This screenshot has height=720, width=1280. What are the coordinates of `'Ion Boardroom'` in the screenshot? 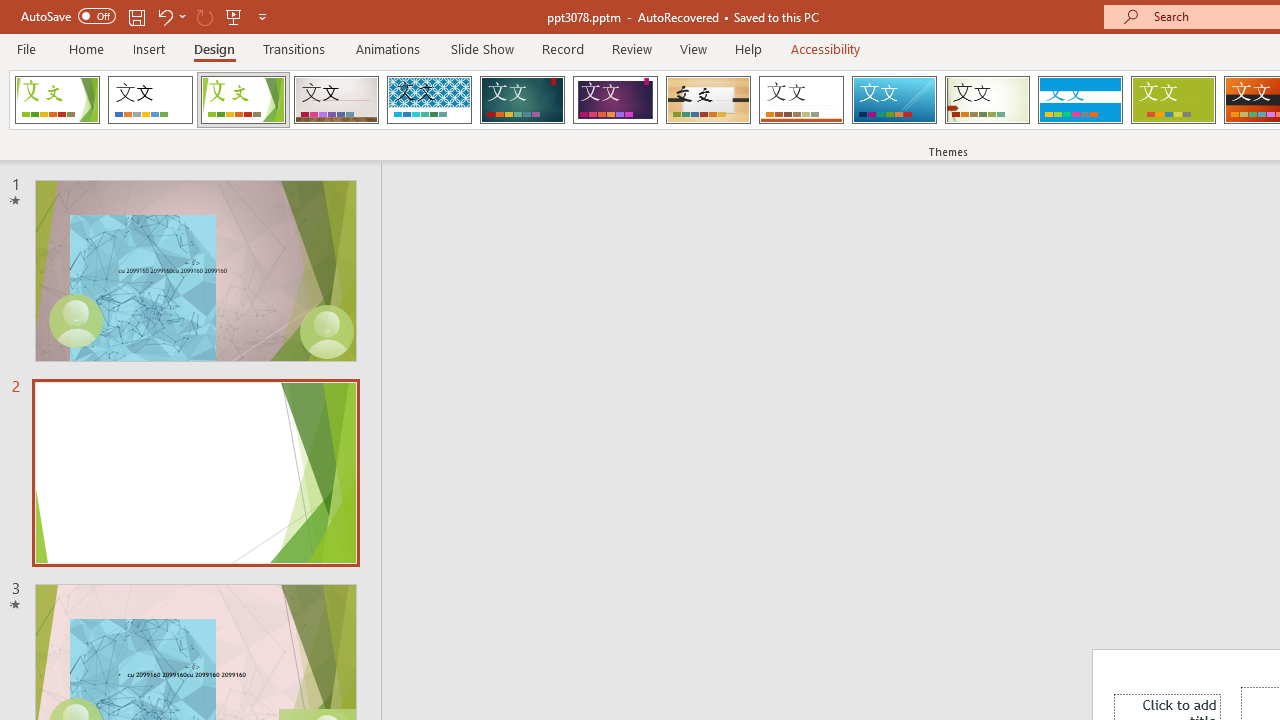 It's located at (614, 100).